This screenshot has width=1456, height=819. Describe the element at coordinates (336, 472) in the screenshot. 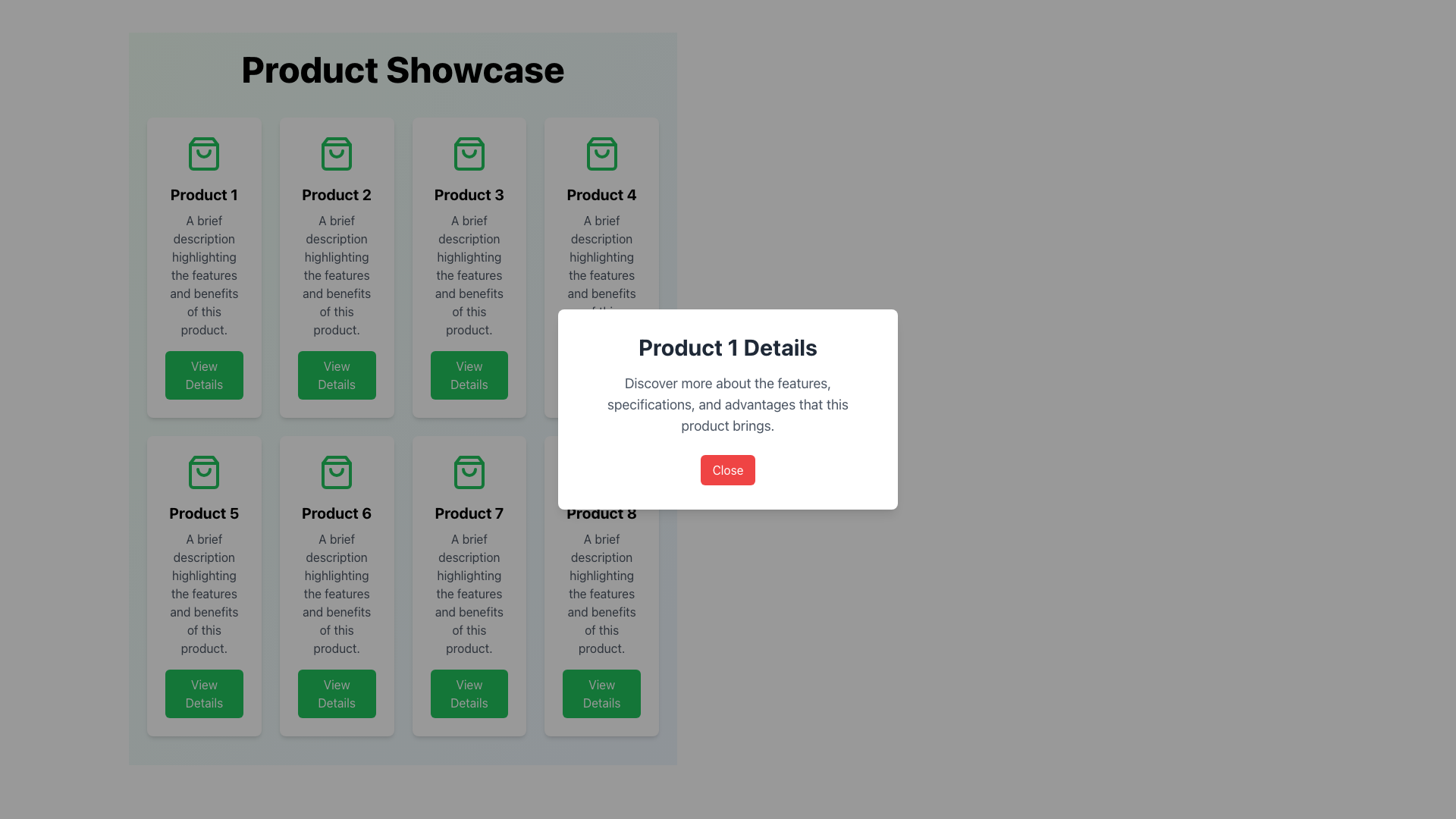

I see `the center handle of the shopping bag icon located in the 'Product 6' card, which is the second item in the second row of the product grid to provide visual feedback` at that location.